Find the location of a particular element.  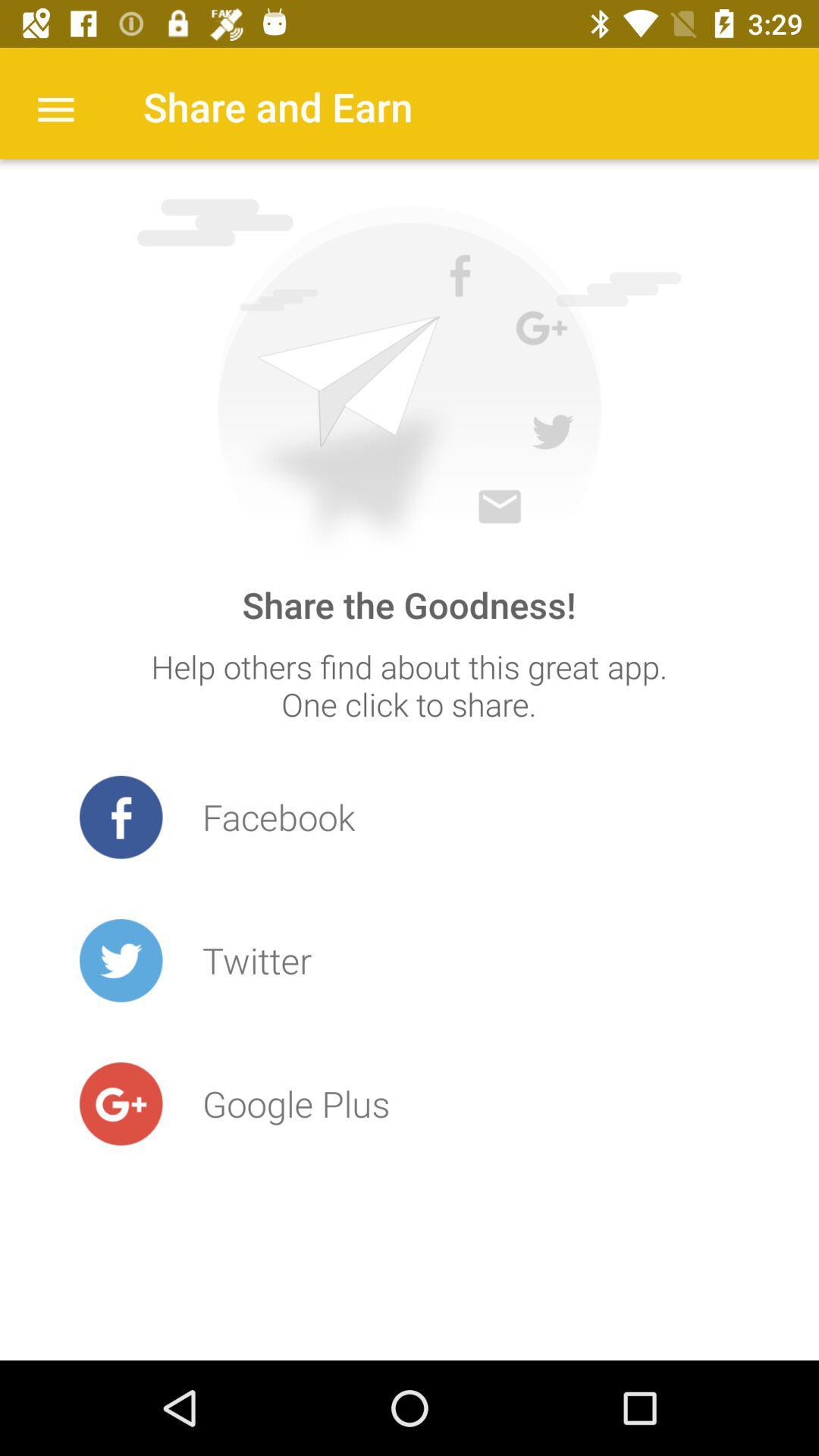

the share and earn item is located at coordinates (278, 105).